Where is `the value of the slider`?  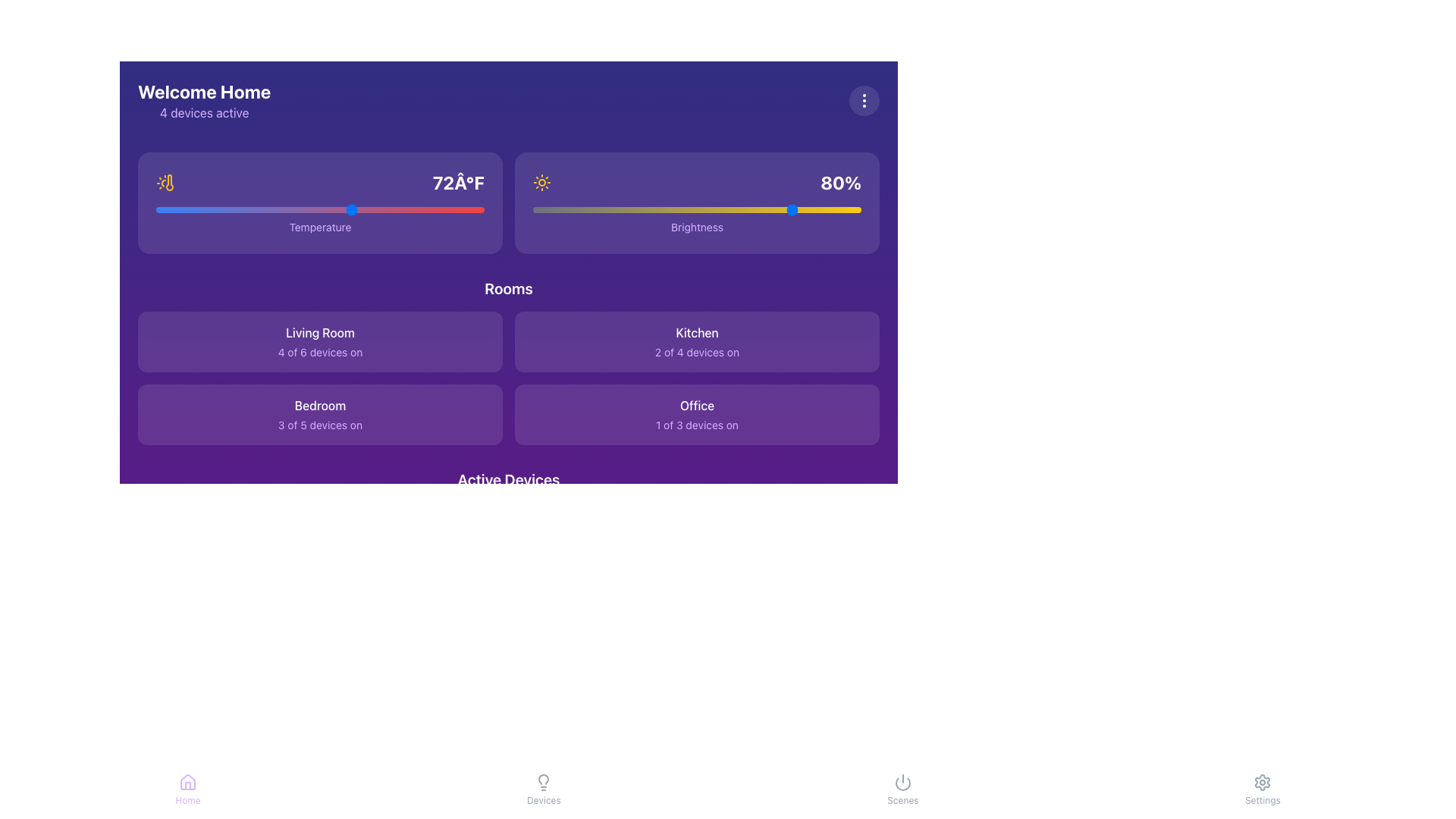 the value of the slider is located at coordinates (237, 210).